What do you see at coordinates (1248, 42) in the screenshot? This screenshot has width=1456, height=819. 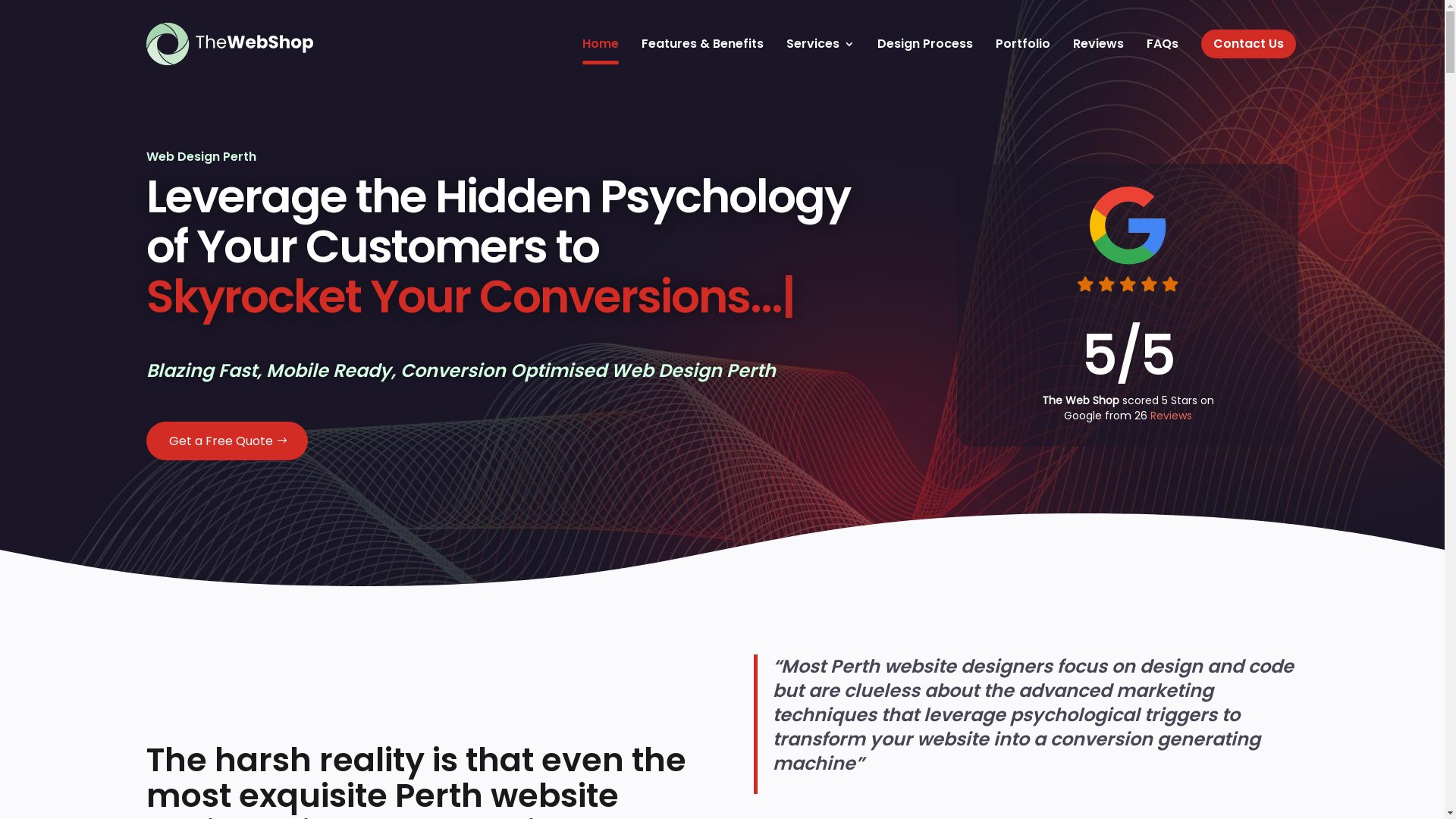 I see `'Contact Us'` at bounding box center [1248, 42].